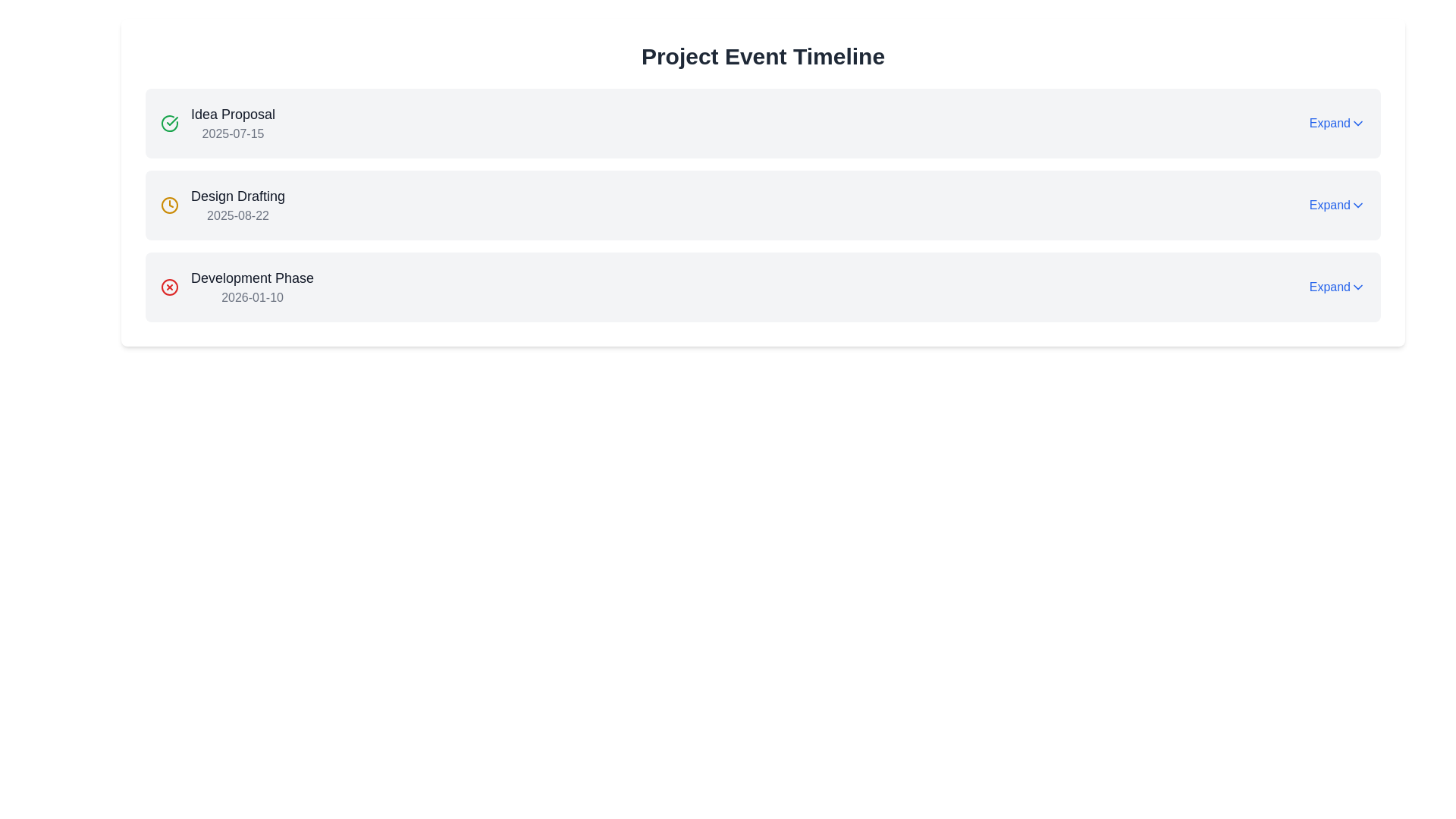  I want to click on the downward pointing chevron arrow icon inside the 'Expand' button on the right side of the 'Development Phase' entry in the 'Project Event Timeline' interface, so click(1357, 287).